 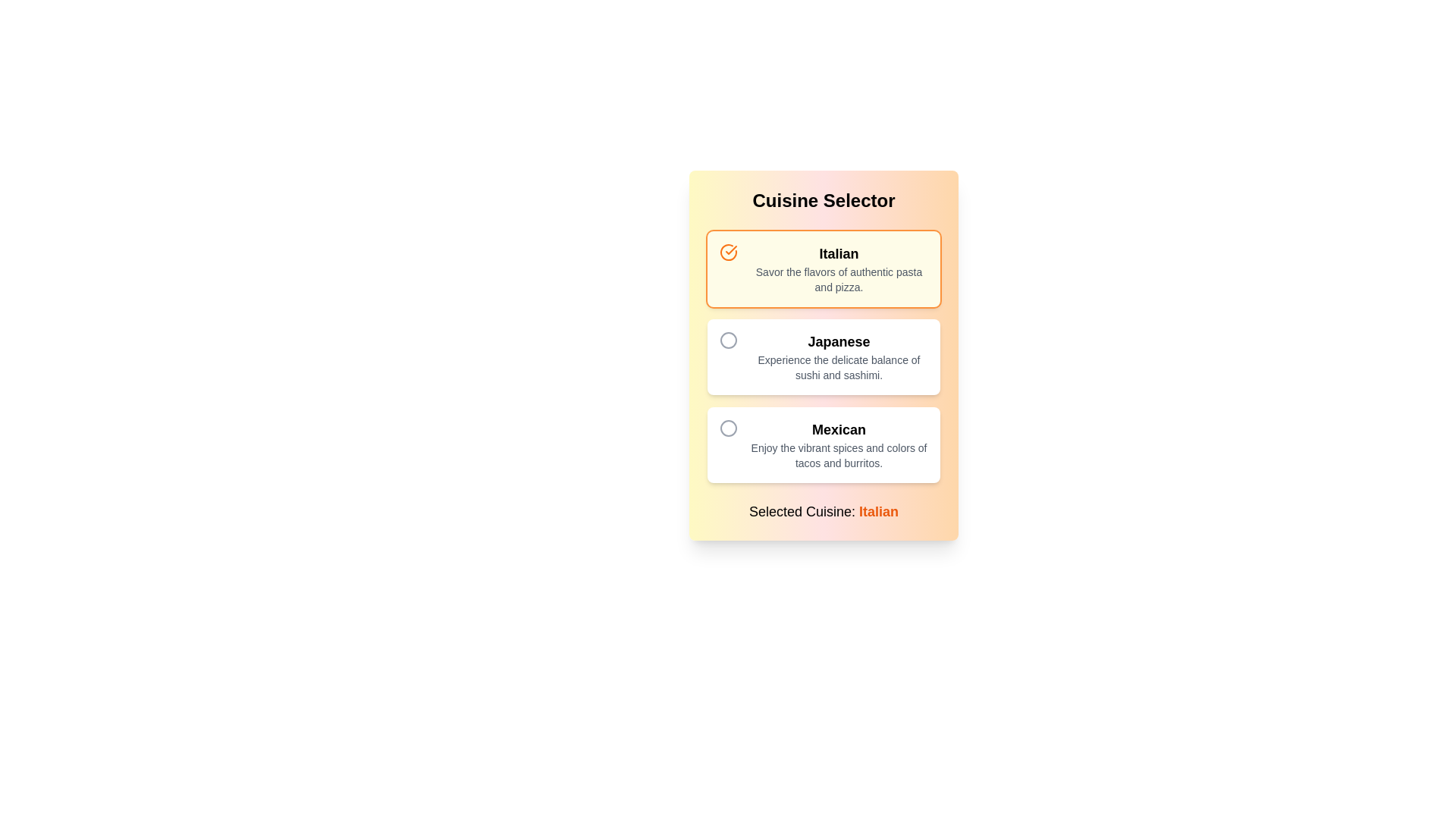 I want to click on the bold, large-sized text label saying 'Japanese' which serves as the title for the section about Japanese cuisine, located centrally above the description text and below the 'Cuisine Selector' label, so click(x=838, y=342).